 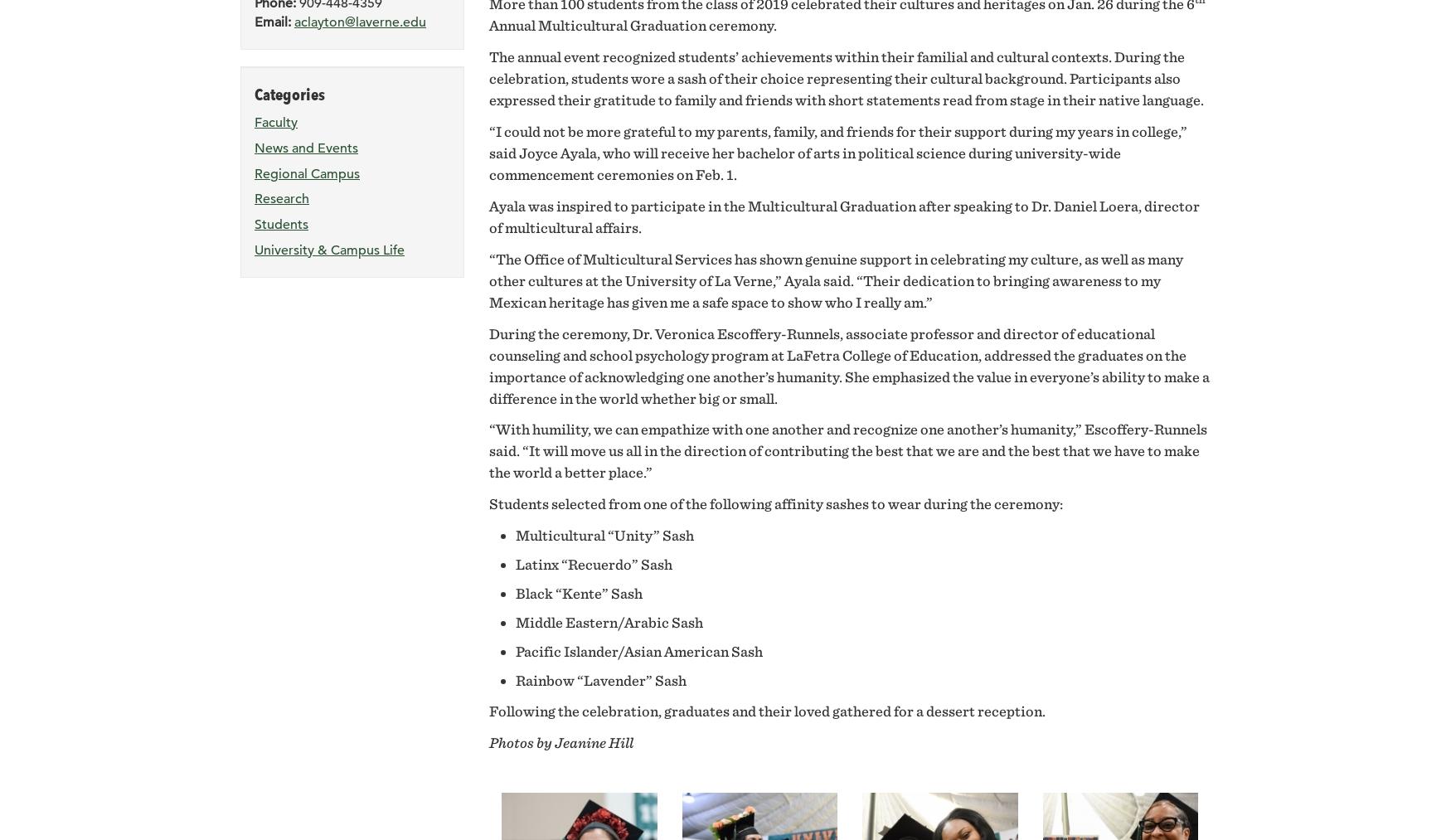 What do you see at coordinates (843, 215) in the screenshot?
I see `'Ayala was inspired to participate in the Multicultural Graduation after speaking to Dr. Daniel Loera, director of multicultural affairs.'` at bounding box center [843, 215].